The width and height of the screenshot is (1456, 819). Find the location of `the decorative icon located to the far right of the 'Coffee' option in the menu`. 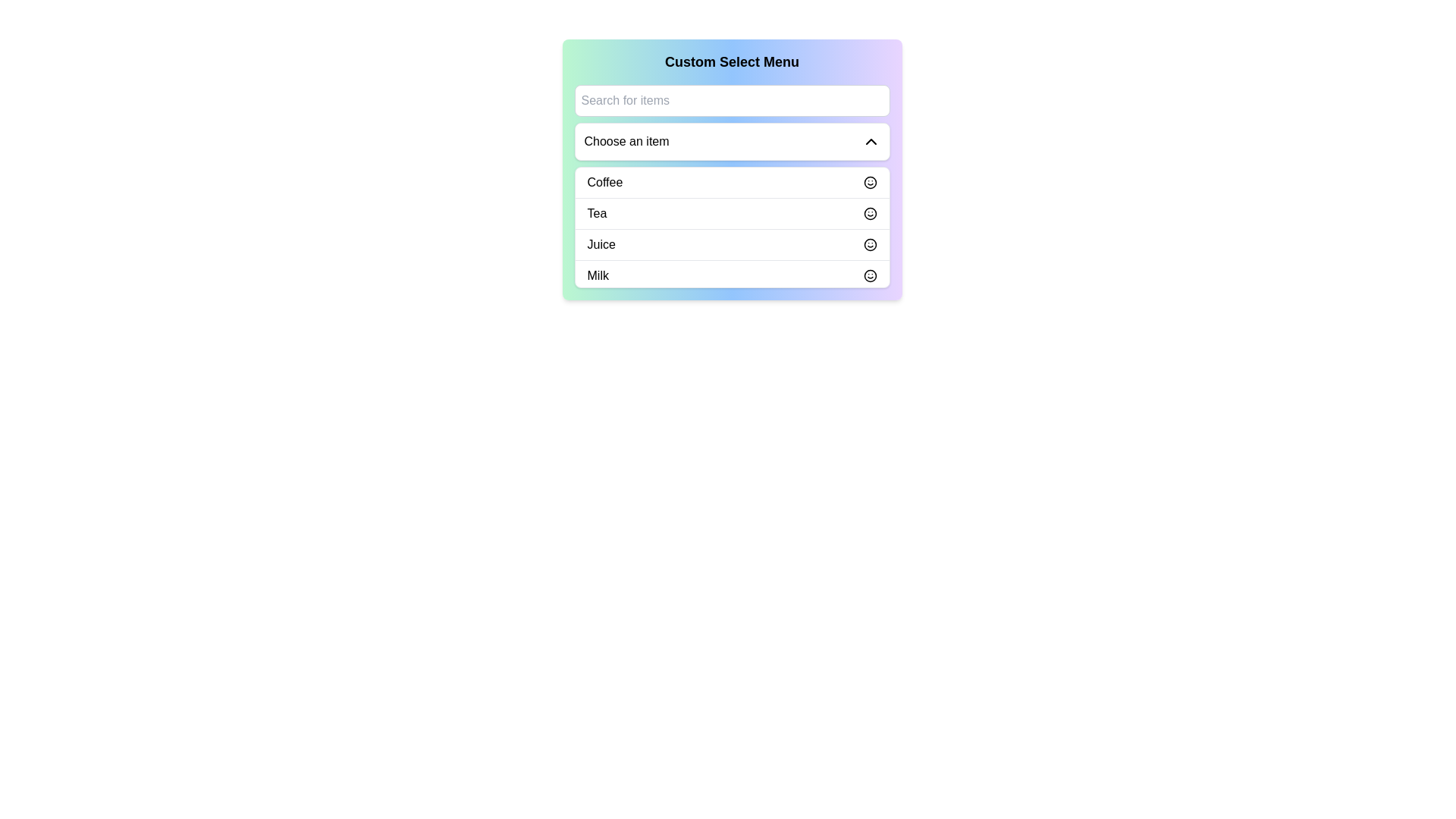

the decorative icon located to the far right of the 'Coffee' option in the menu is located at coordinates (870, 181).